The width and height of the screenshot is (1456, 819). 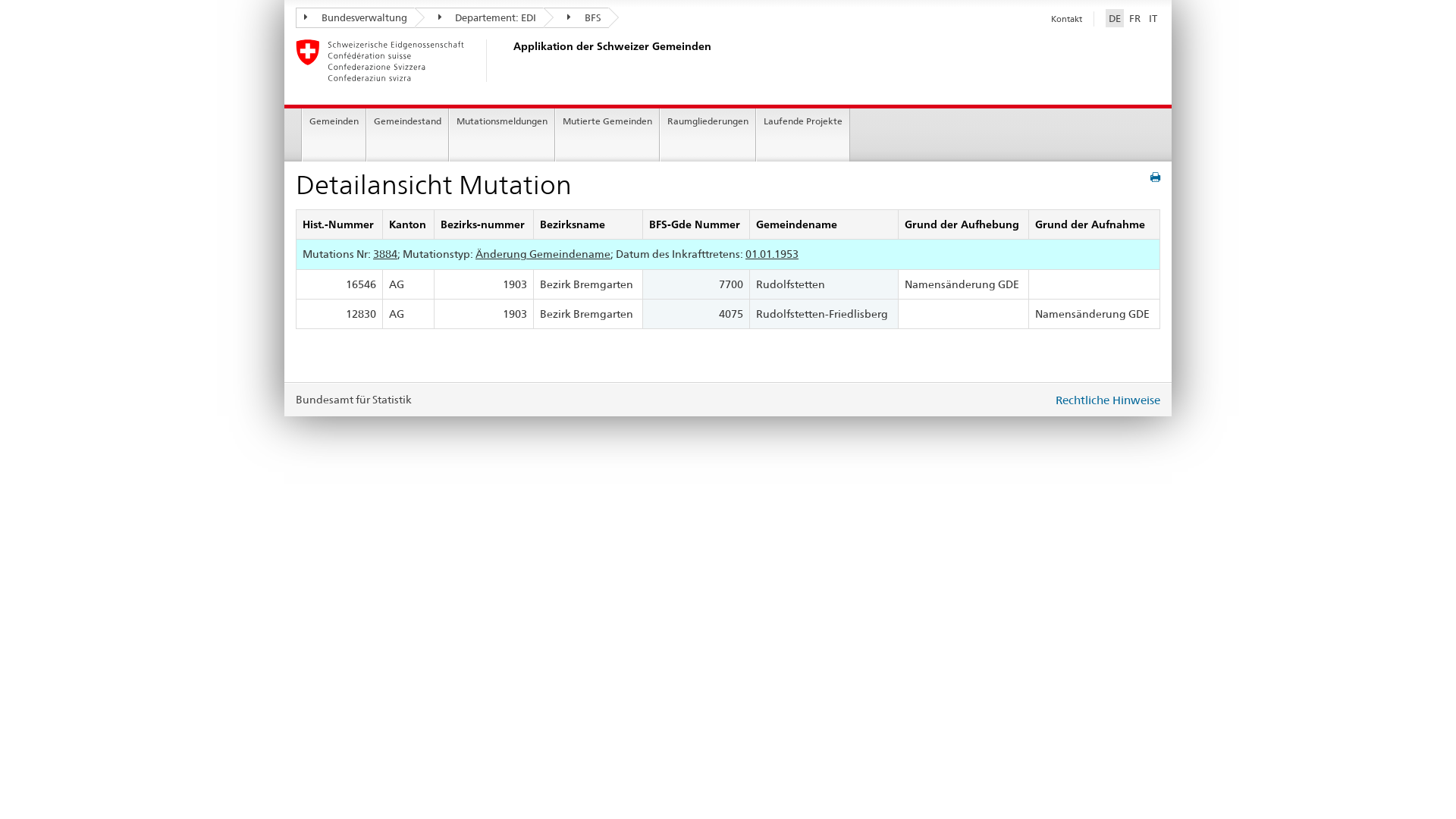 What do you see at coordinates (1154, 177) in the screenshot?
I see `'print'` at bounding box center [1154, 177].